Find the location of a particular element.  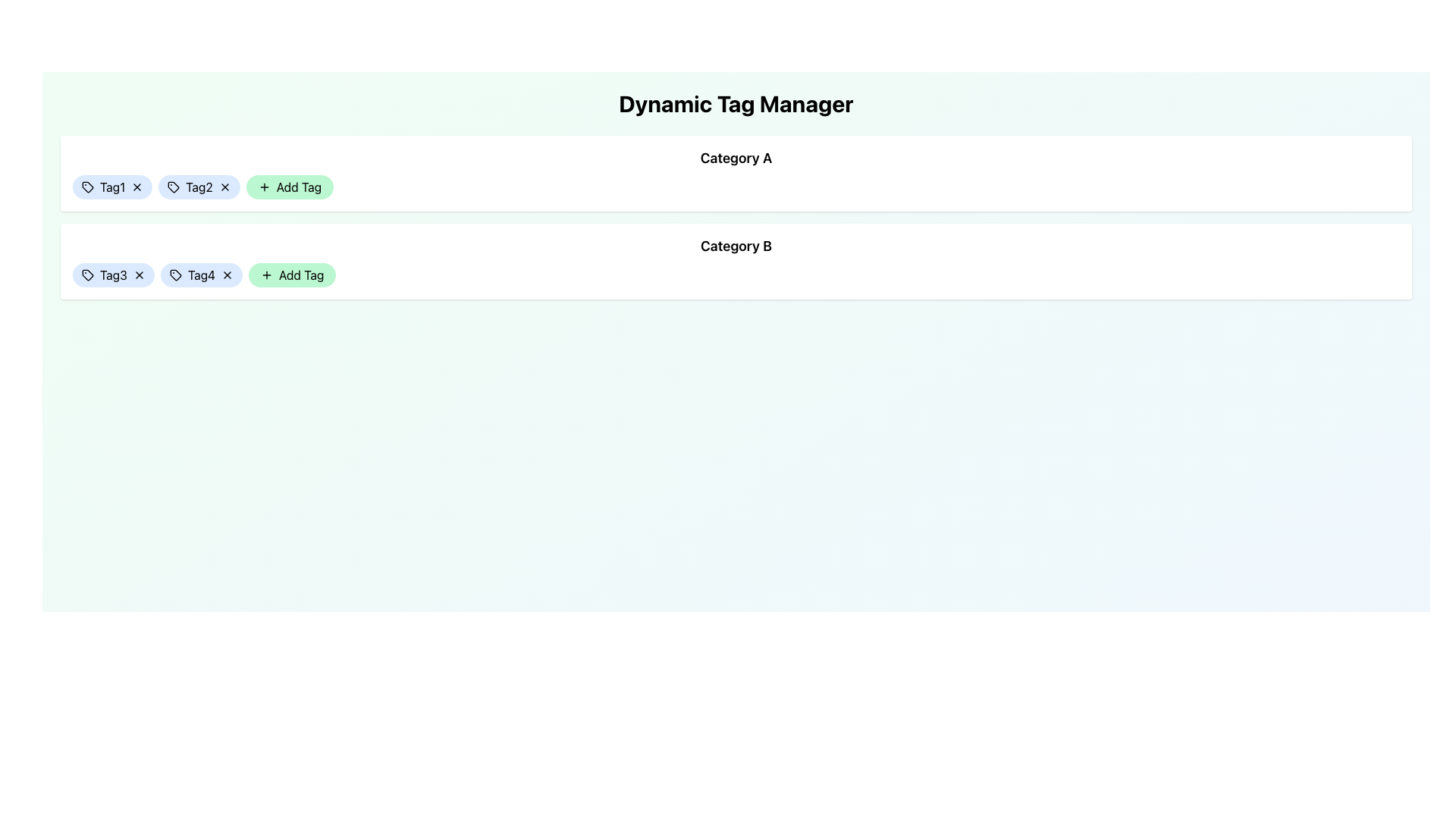

the blue tag icon located to the left of the 'Tag3' label, which is styled in a minimalistic outline design is located at coordinates (86, 275).